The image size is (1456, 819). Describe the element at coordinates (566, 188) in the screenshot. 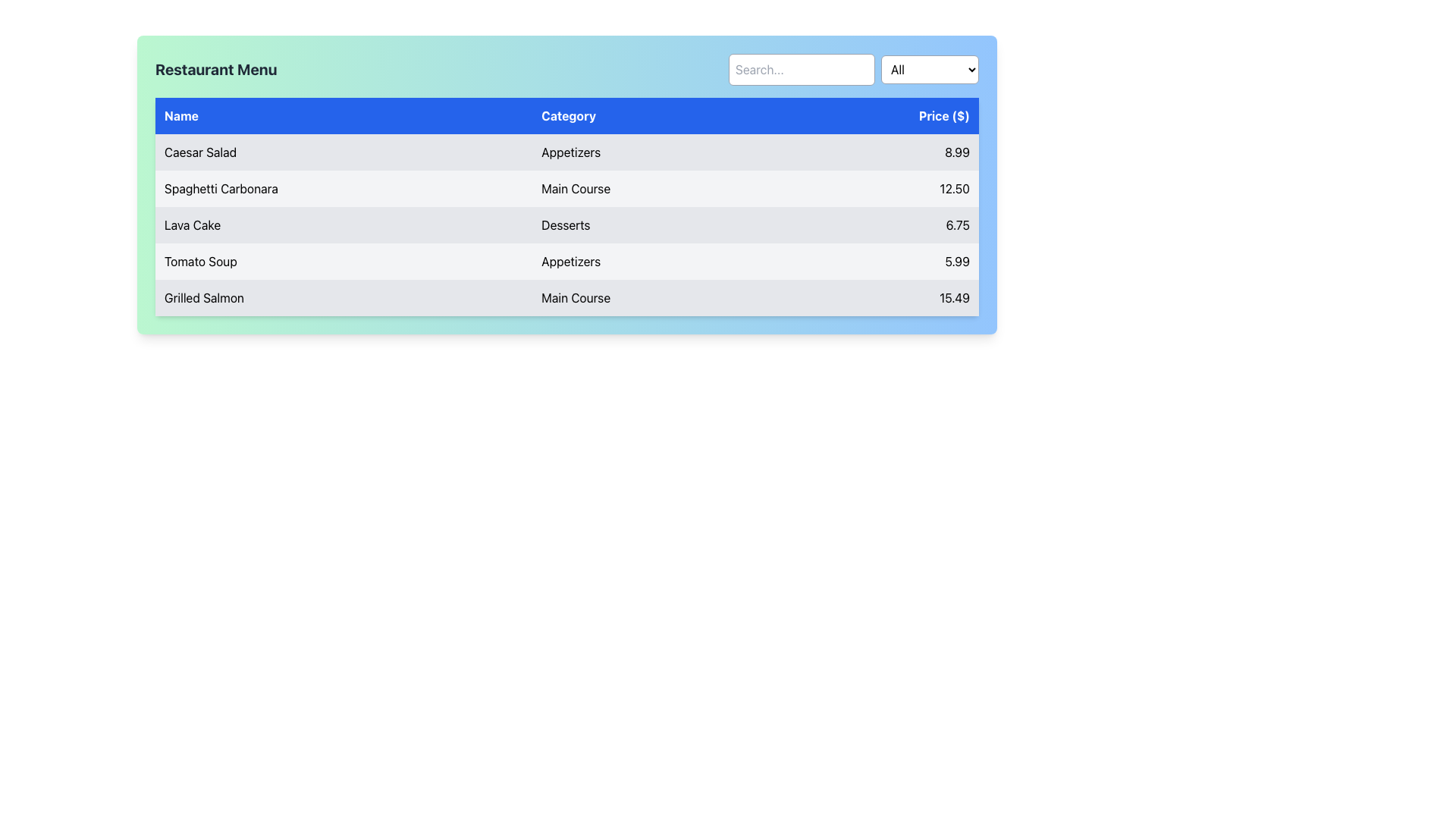

I see `the second row of the tabular menu, which contains 'Spaghetti Carbonara'` at that location.